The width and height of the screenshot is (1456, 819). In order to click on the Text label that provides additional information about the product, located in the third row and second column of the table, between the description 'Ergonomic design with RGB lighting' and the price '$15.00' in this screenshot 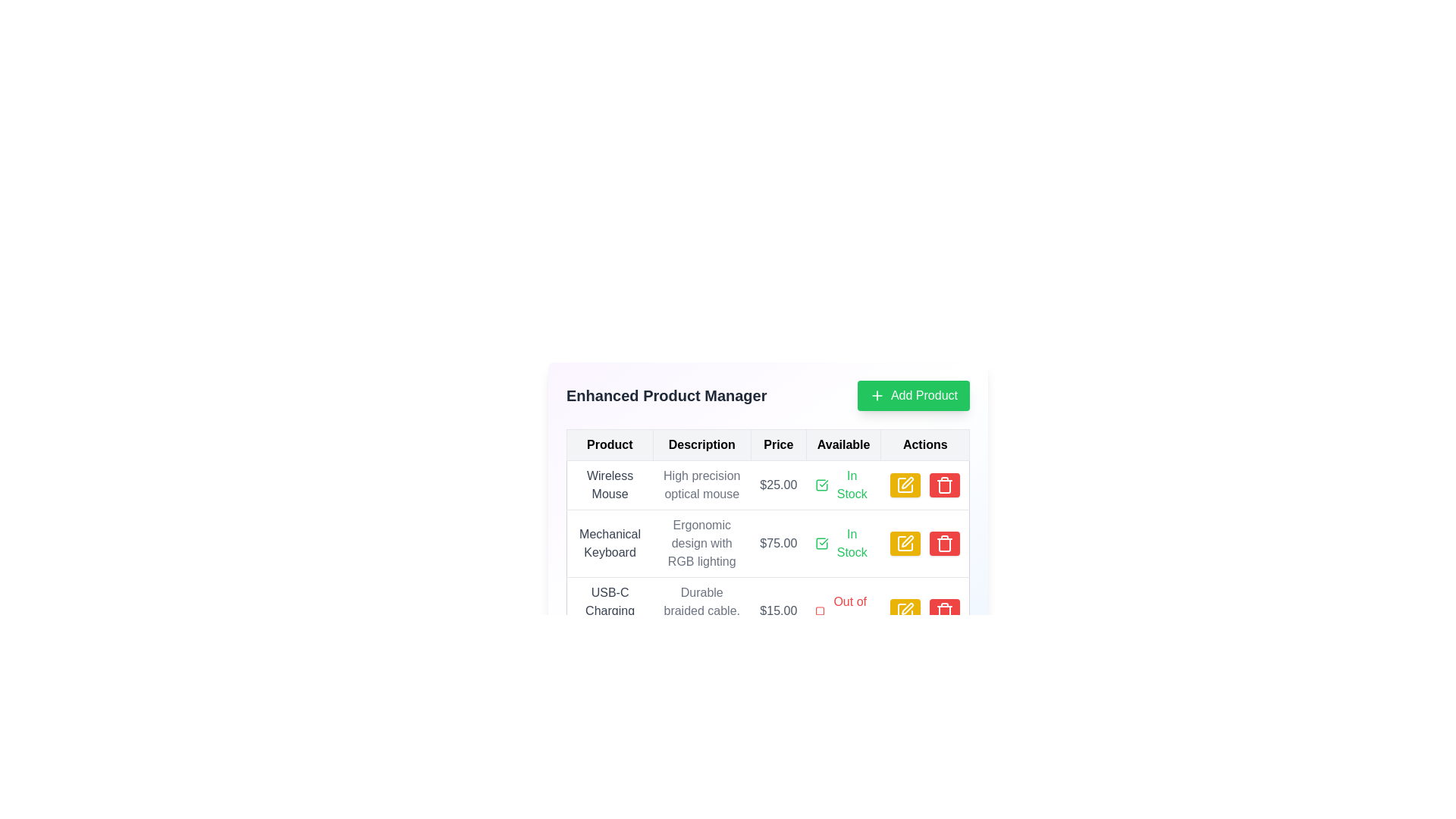, I will do `click(701, 610)`.